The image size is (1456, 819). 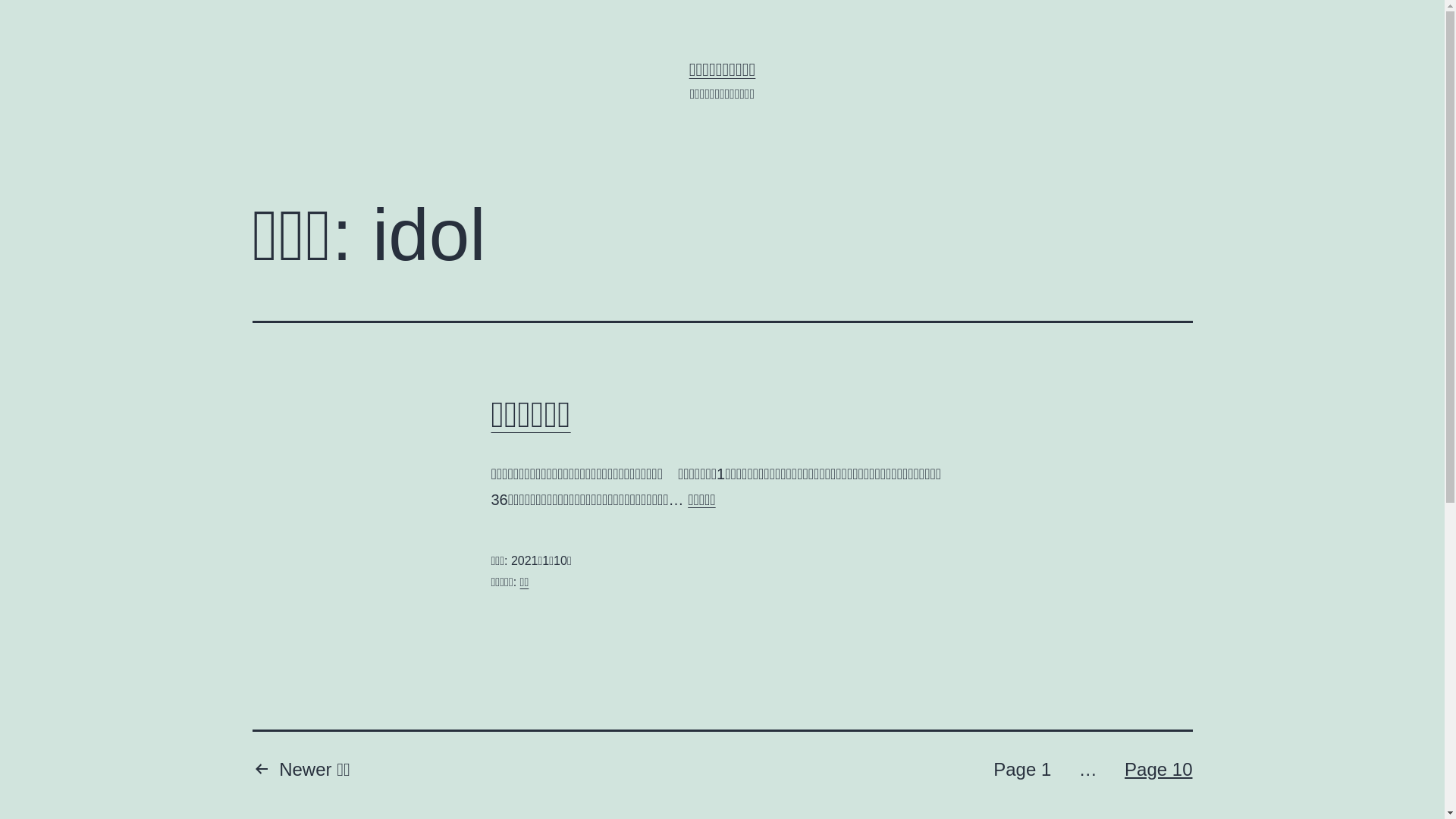 I want to click on 'Page 1', so click(x=1022, y=771).